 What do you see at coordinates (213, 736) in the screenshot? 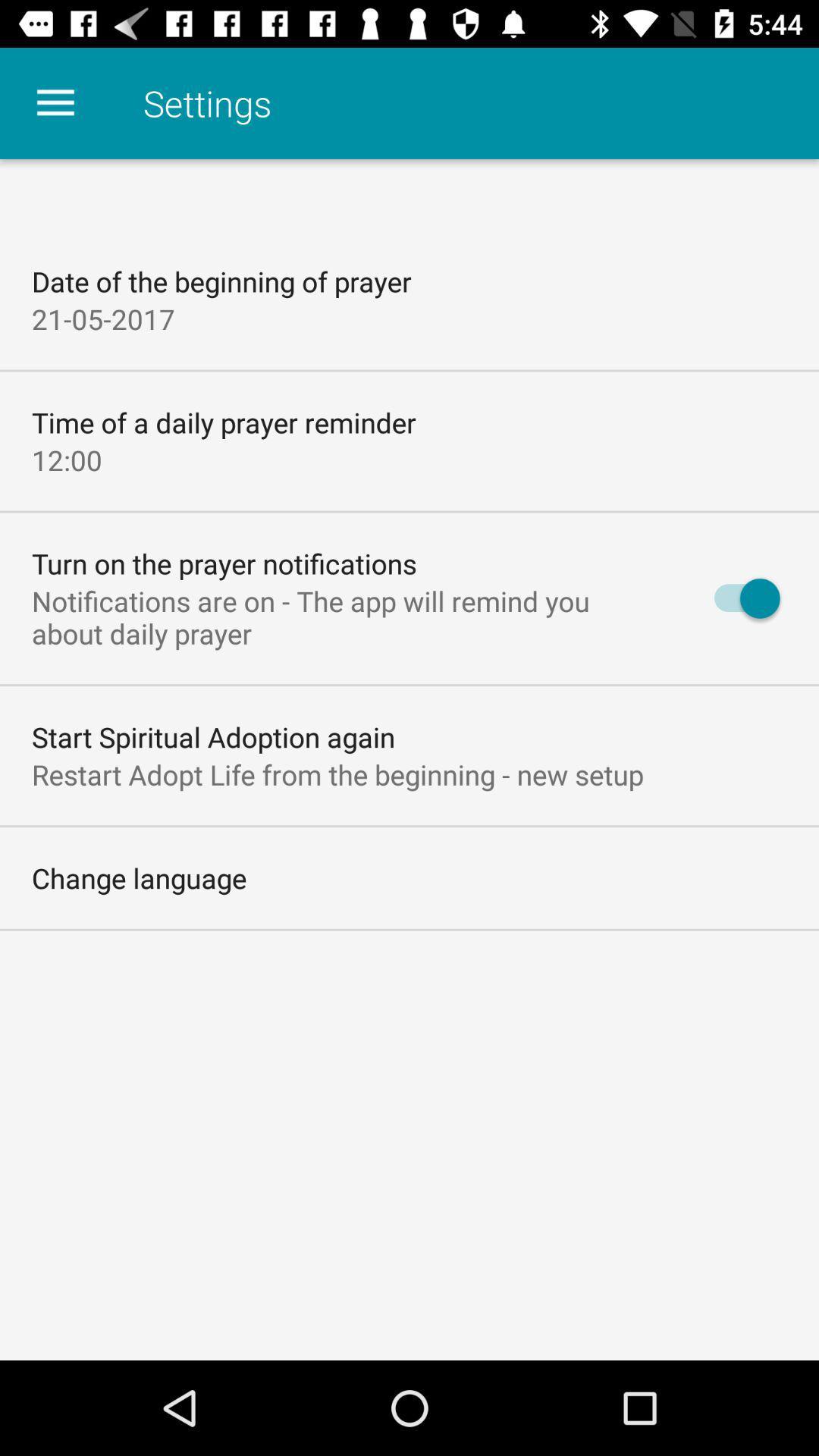
I see `item above the restart adopt life item` at bounding box center [213, 736].